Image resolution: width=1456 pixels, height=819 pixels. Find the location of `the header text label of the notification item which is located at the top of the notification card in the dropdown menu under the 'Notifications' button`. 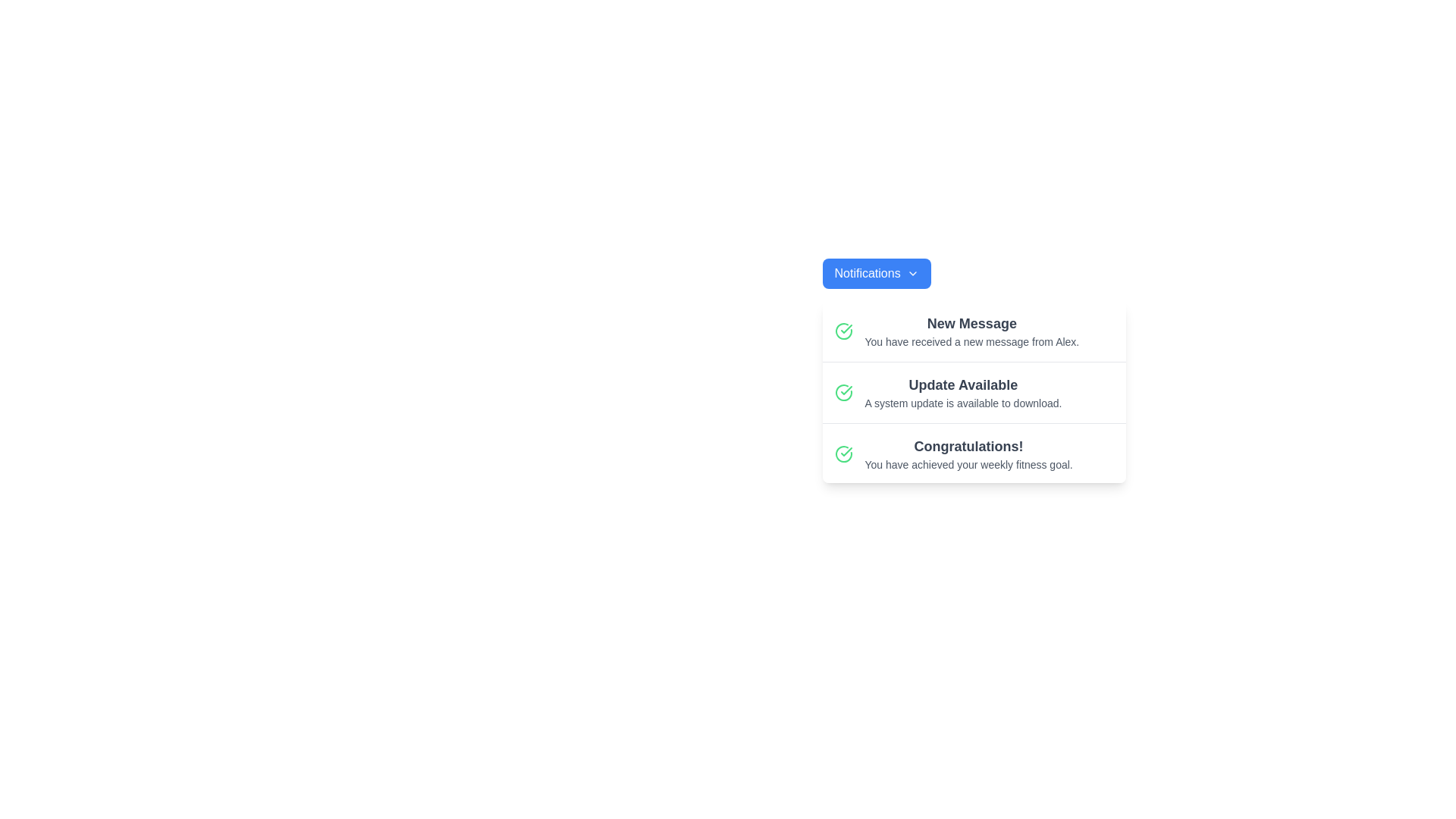

the header text label of the notification item which is located at the top of the notification card in the dropdown menu under the 'Notifications' button is located at coordinates (971, 323).